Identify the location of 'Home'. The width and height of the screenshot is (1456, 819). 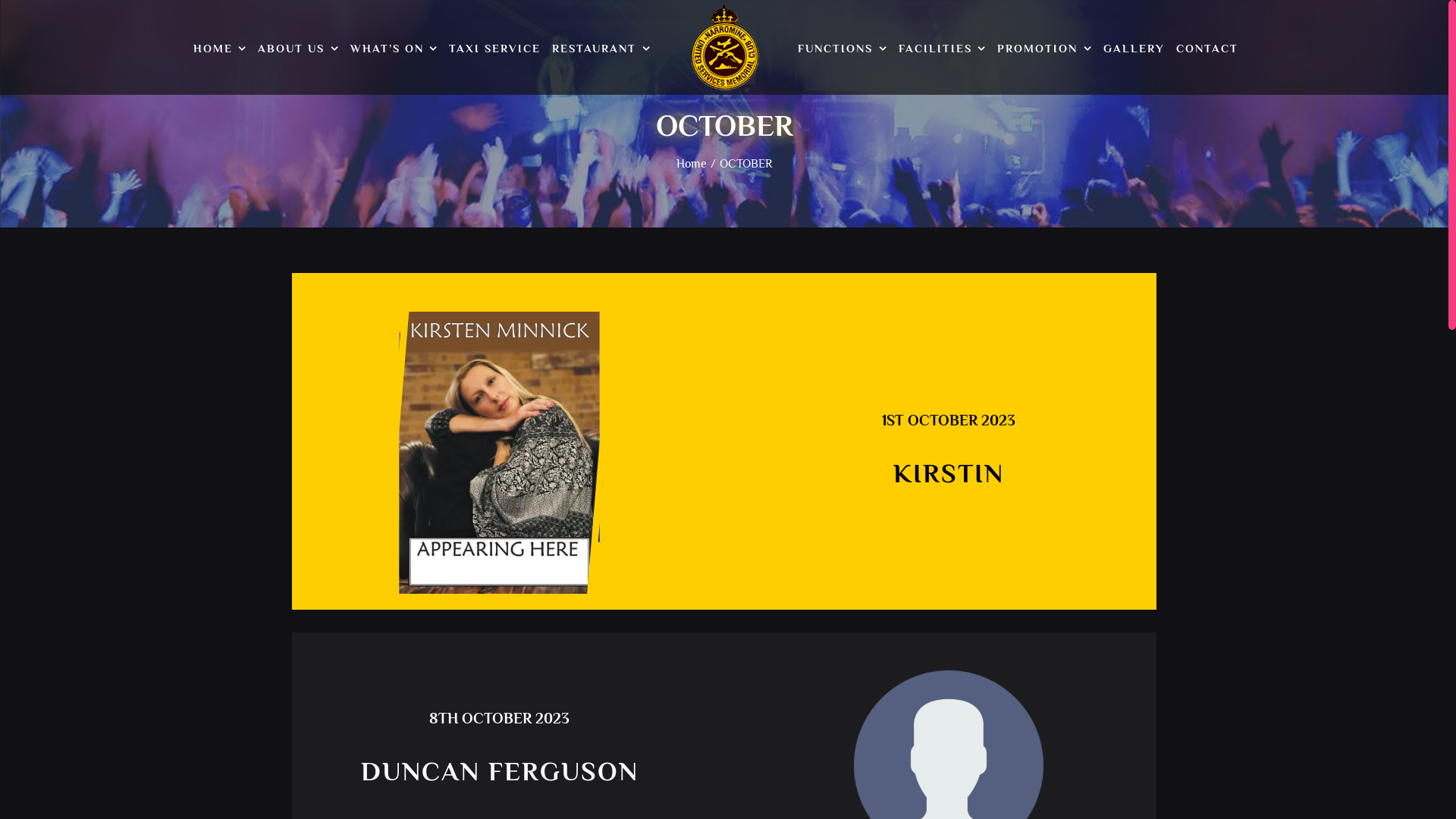
(691, 164).